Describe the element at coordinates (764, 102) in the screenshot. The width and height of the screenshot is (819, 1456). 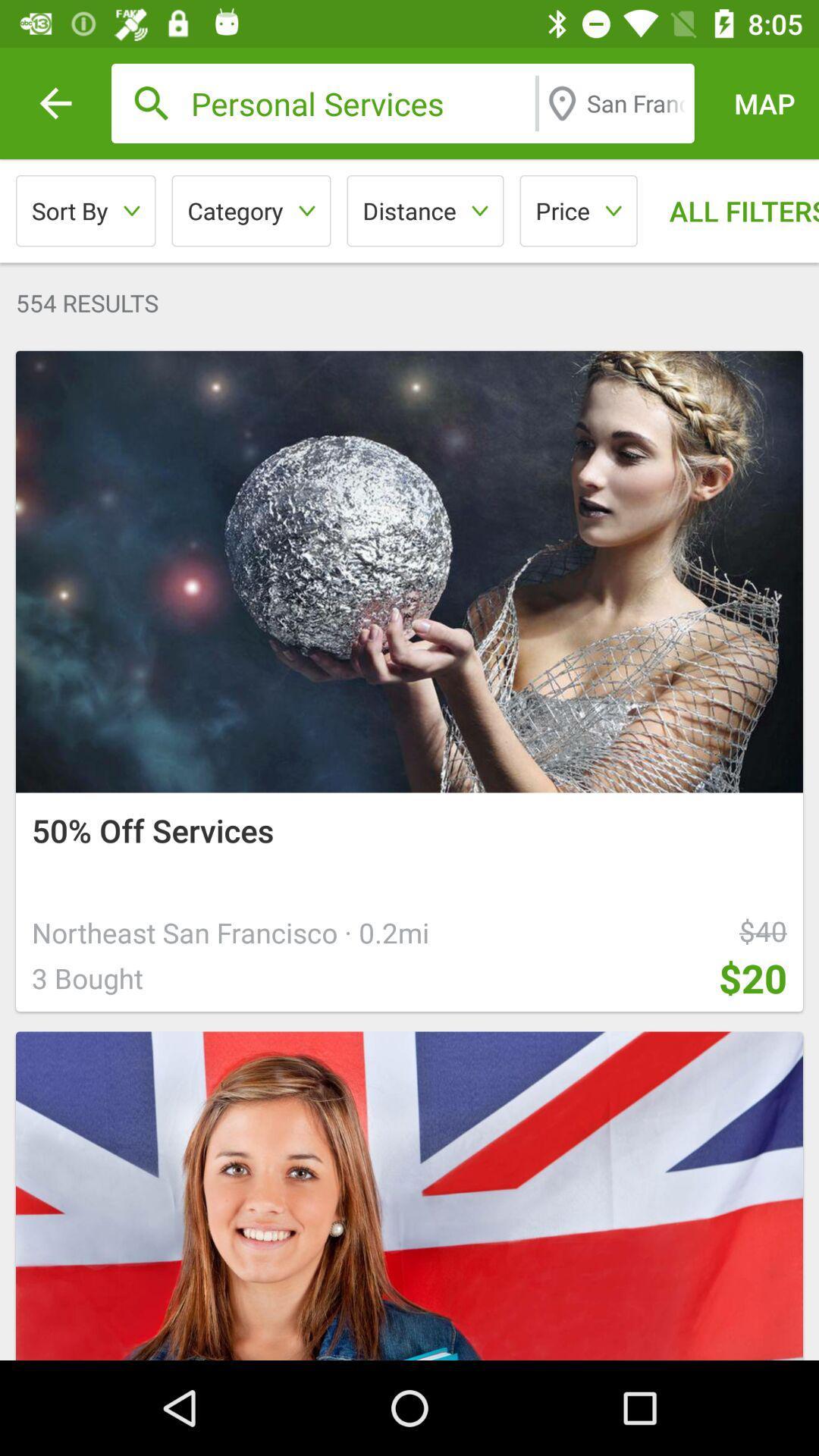
I see `the map item` at that location.